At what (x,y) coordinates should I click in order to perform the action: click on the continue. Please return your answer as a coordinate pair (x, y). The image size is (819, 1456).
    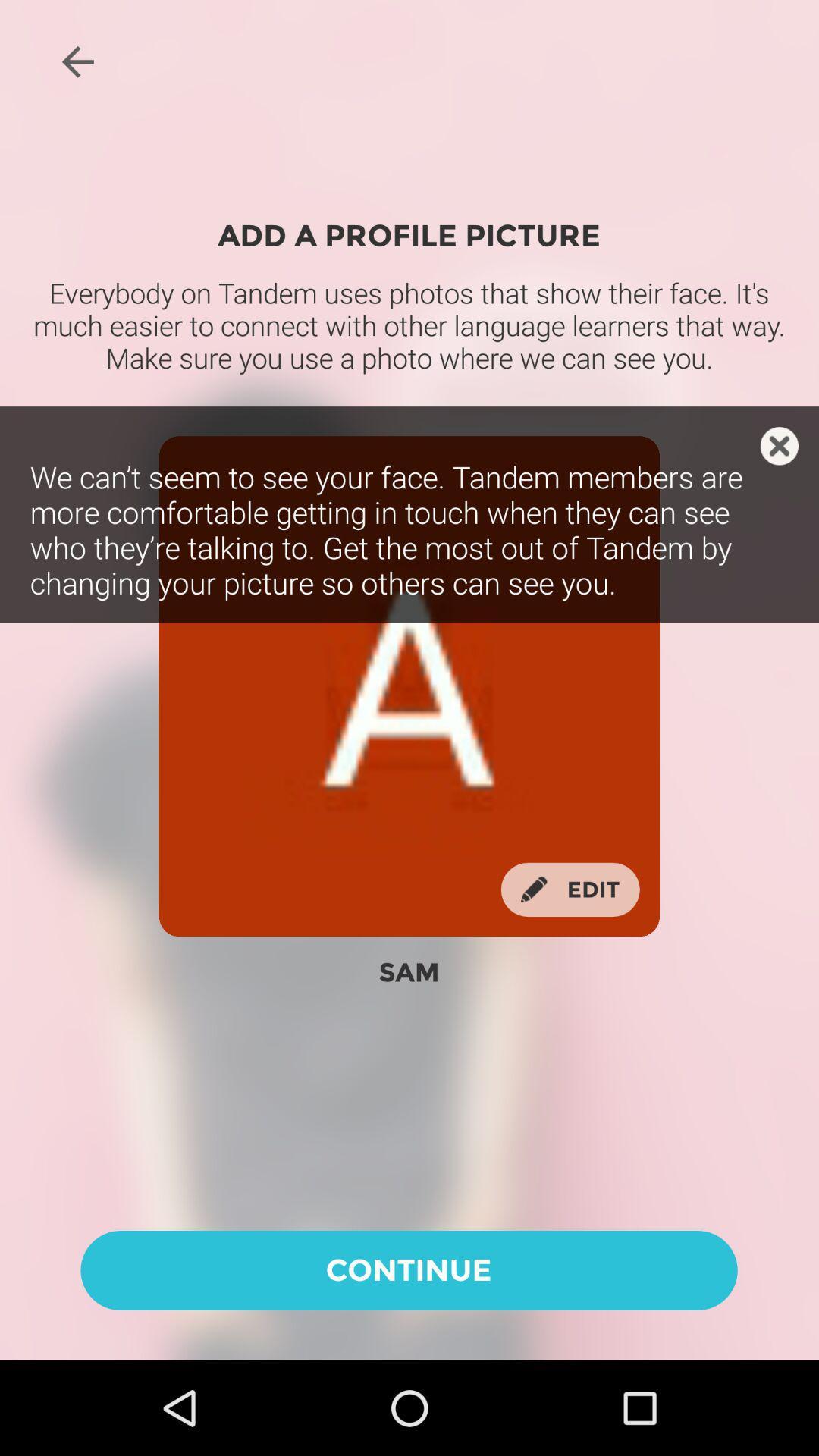
    Looking at the image, I should click on (408, 1270).